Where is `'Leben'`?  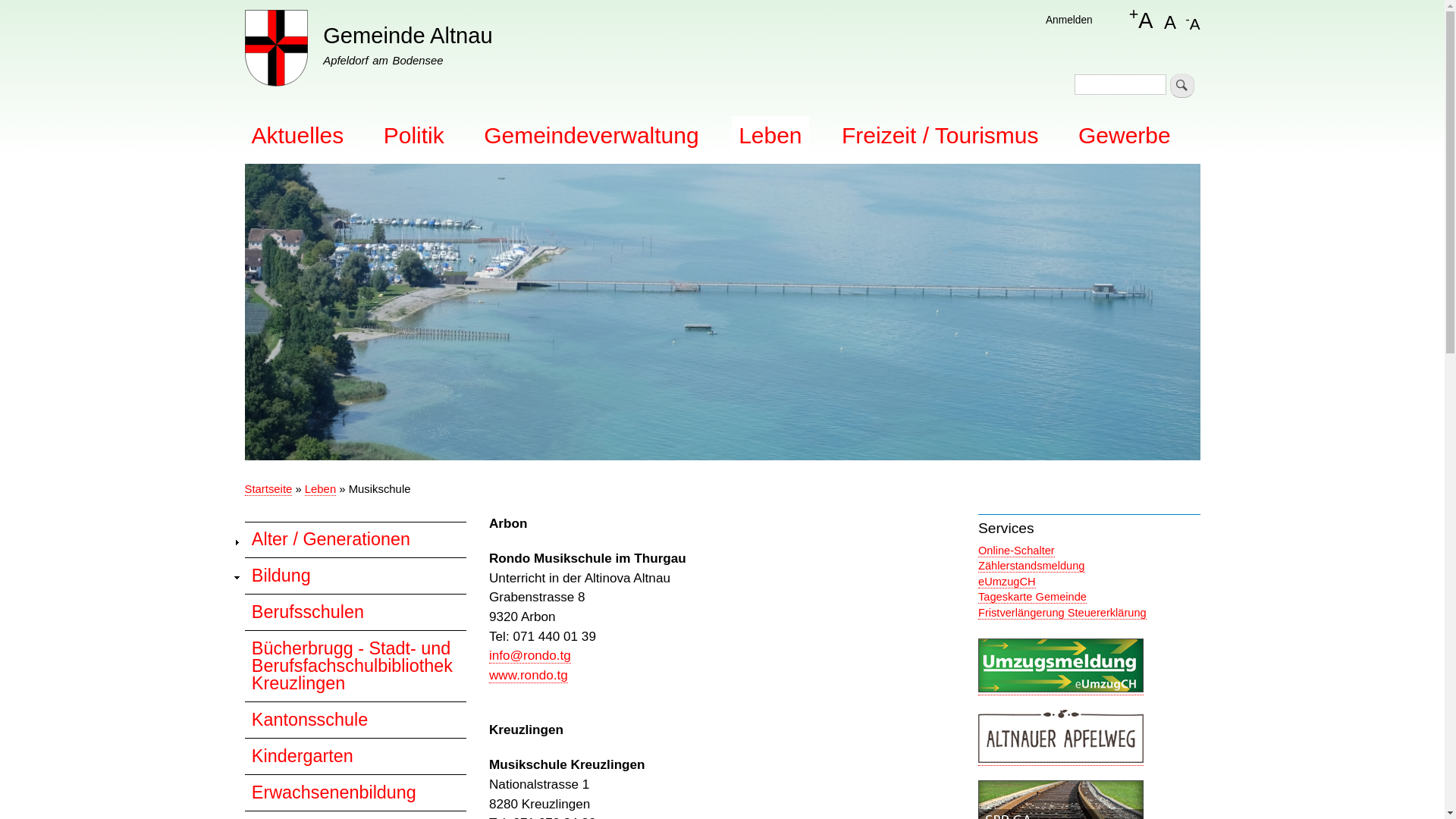 'Leben' is located at coordinates (319, 489).